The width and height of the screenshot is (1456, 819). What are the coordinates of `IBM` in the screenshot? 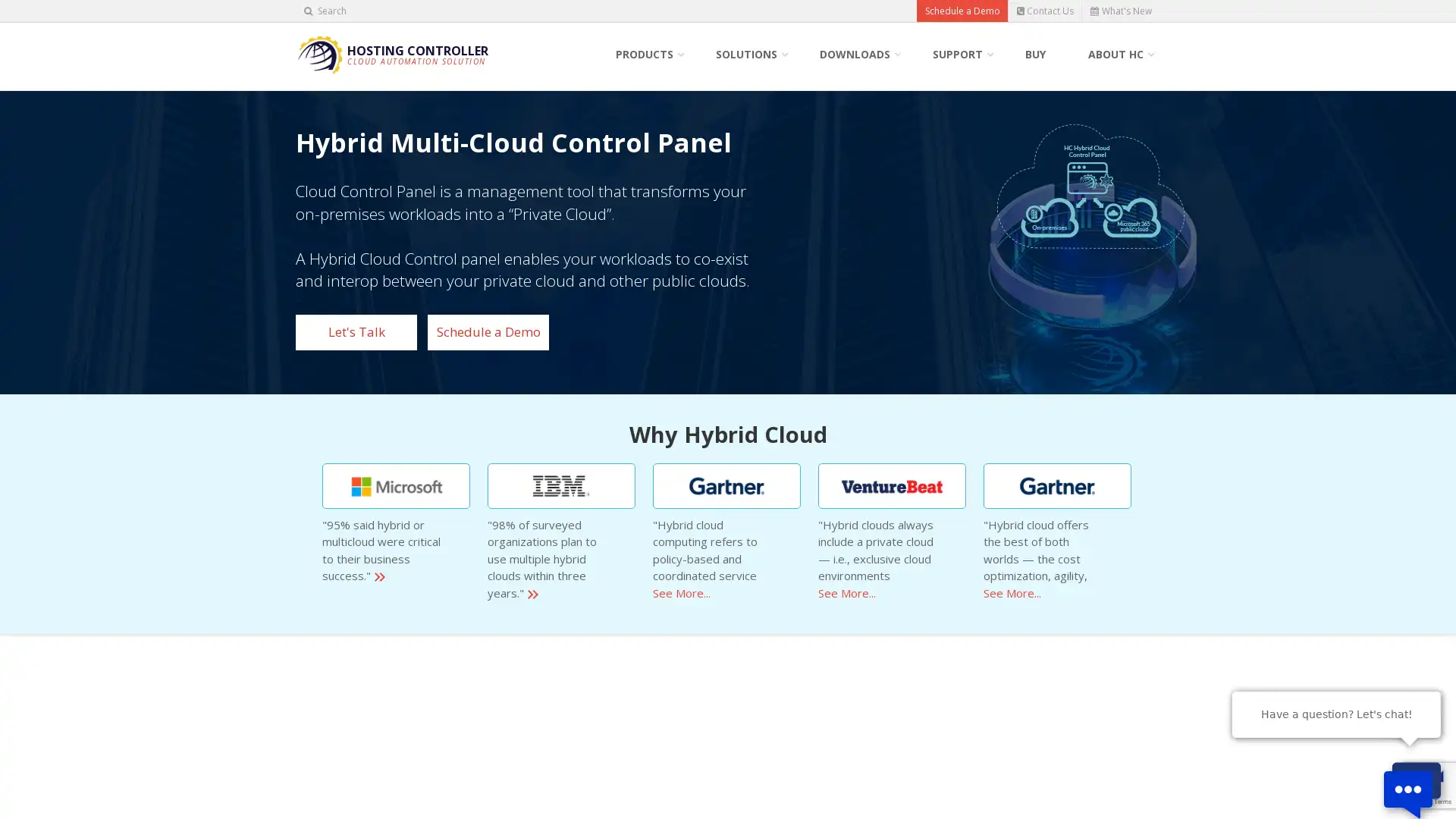 It's located at (560, 485).